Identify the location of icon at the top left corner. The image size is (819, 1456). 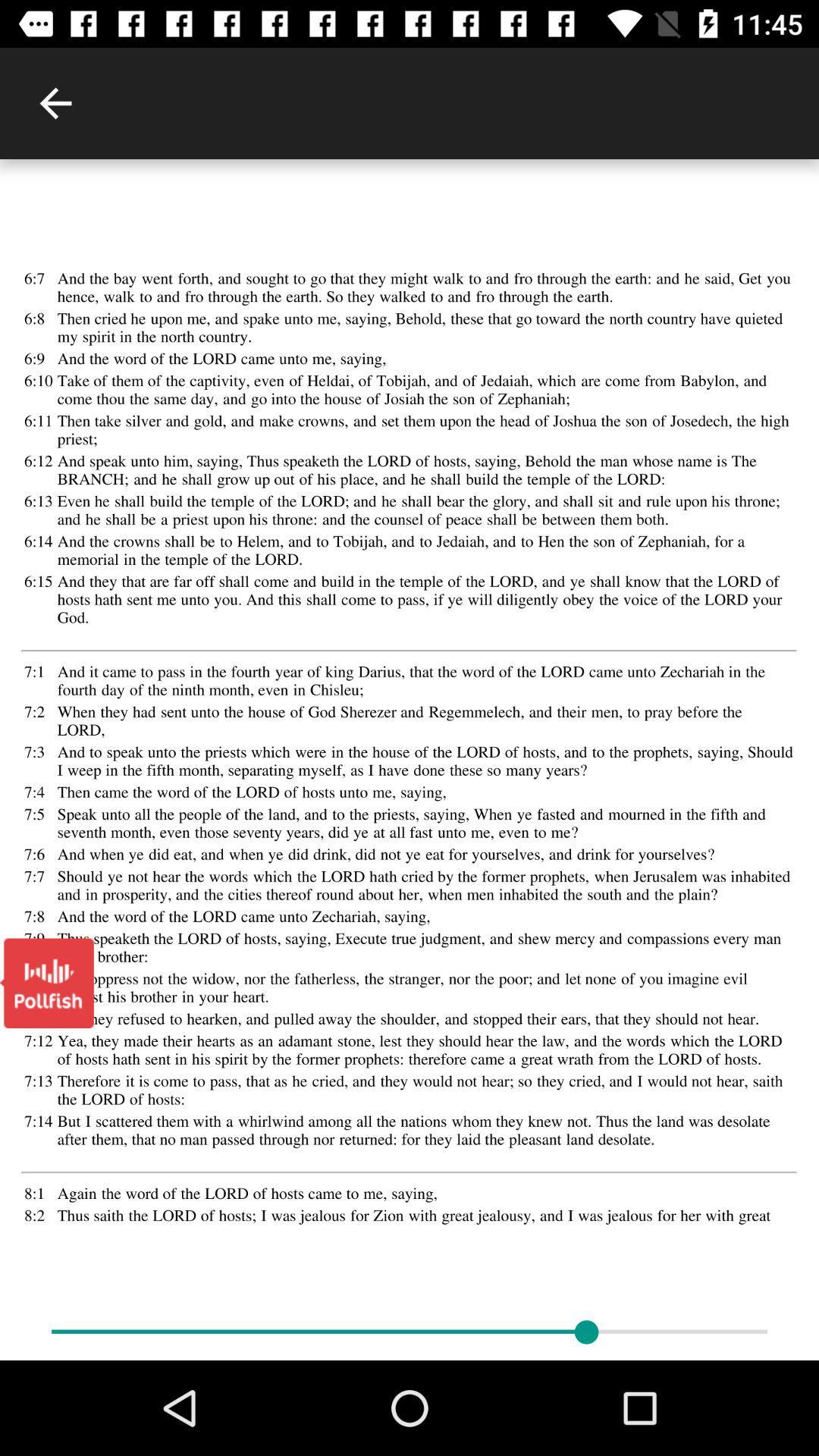
(55, 102).